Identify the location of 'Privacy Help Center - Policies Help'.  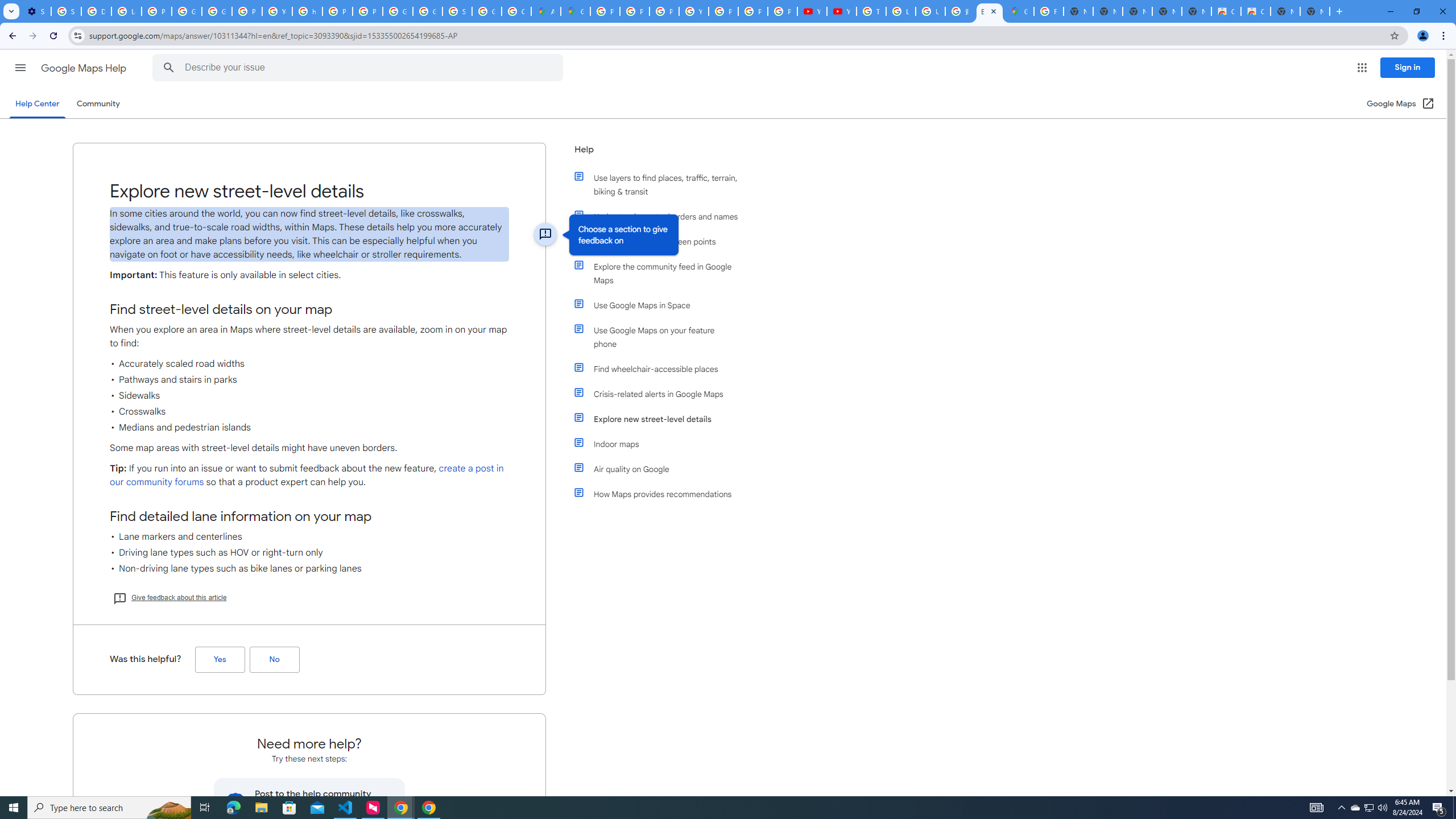
(664, 11).